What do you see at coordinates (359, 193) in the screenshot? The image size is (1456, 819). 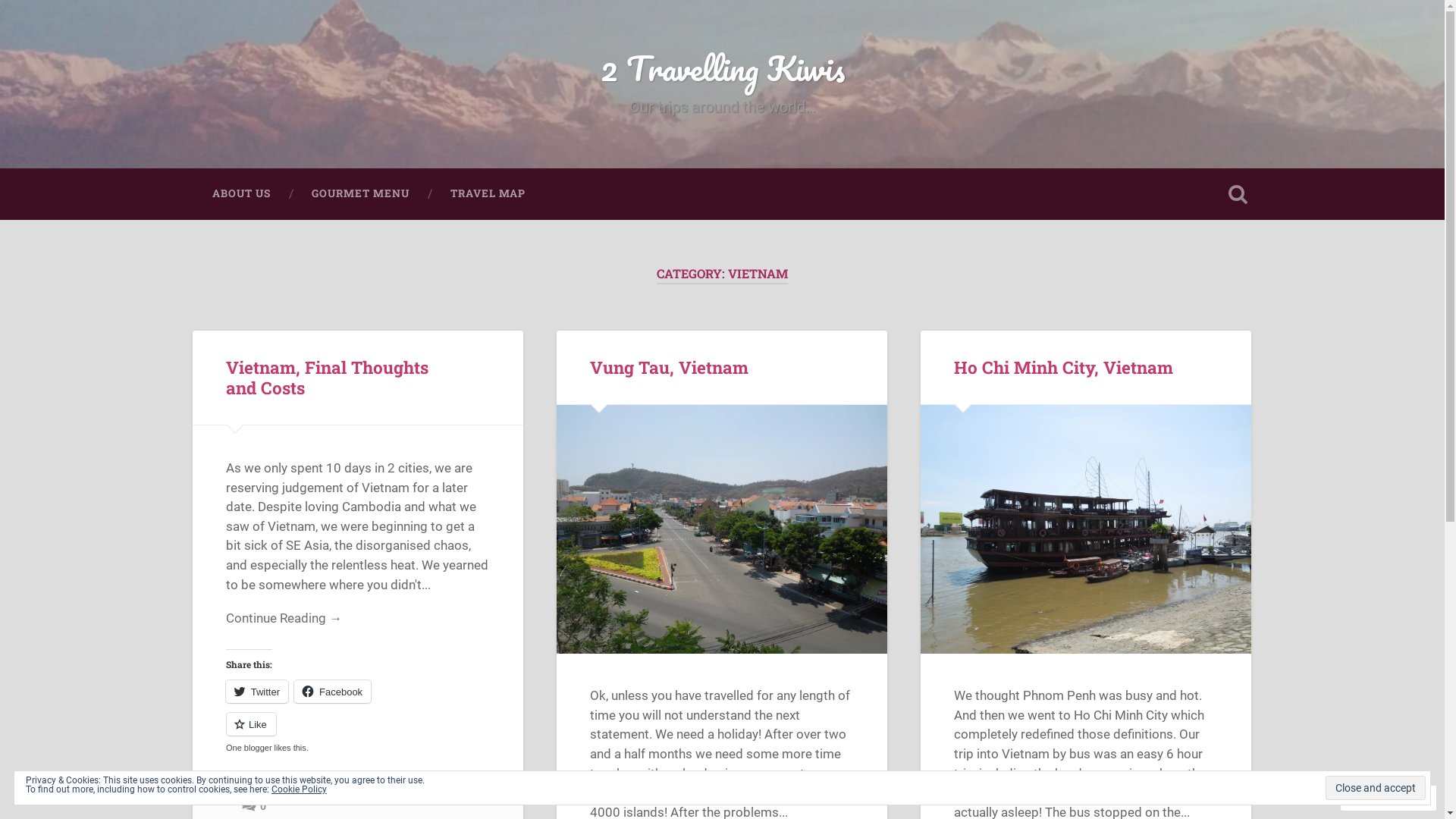 I see `'GOURMET MENU'` at bounding box center [359, 193].